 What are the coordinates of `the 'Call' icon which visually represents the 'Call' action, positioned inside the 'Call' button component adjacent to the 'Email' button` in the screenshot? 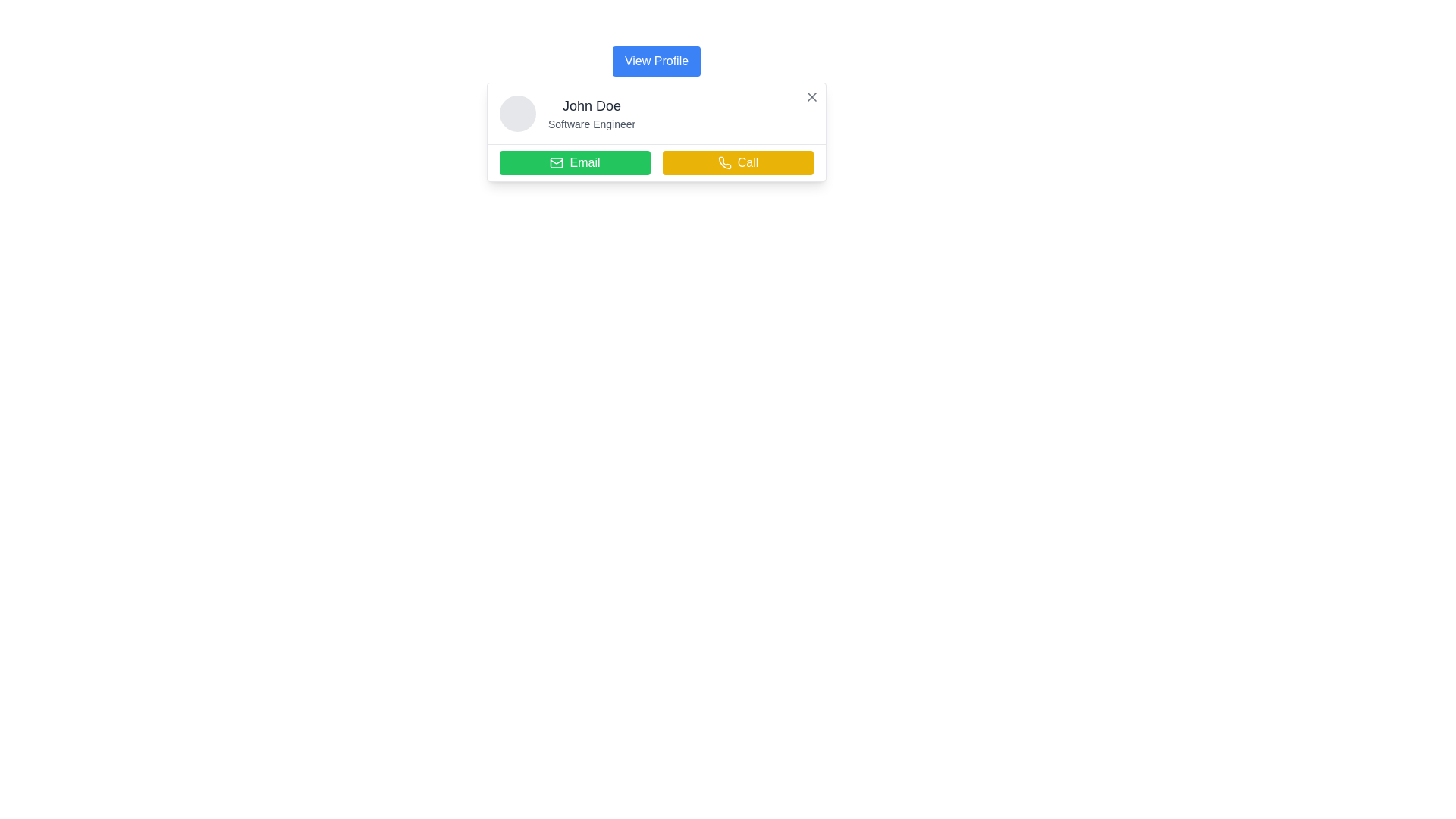 It's located at (723, 163).